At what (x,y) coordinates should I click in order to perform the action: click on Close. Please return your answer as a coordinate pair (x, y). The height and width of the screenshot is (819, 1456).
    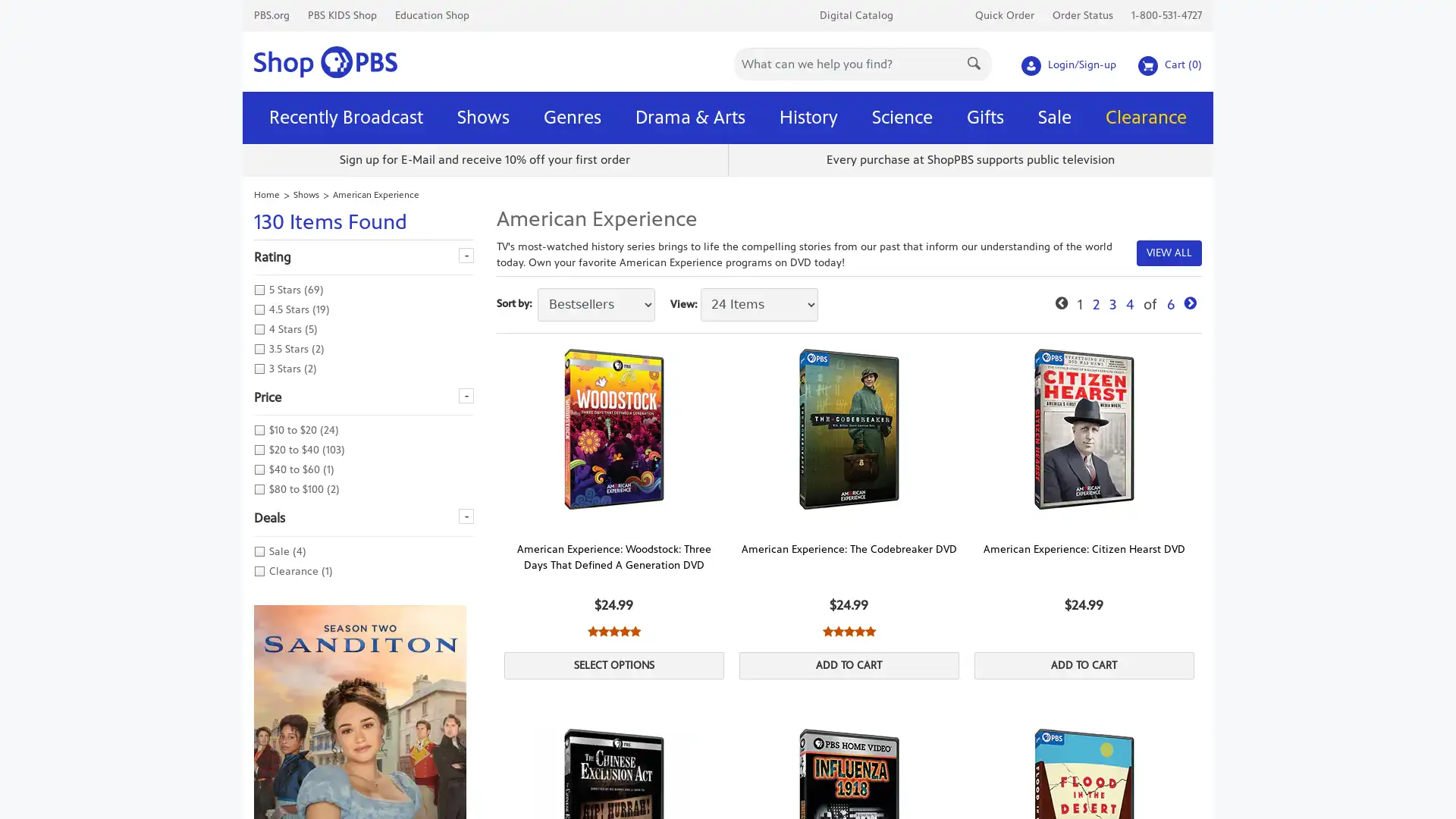
    Looking at the image, I should click on (938, 14).